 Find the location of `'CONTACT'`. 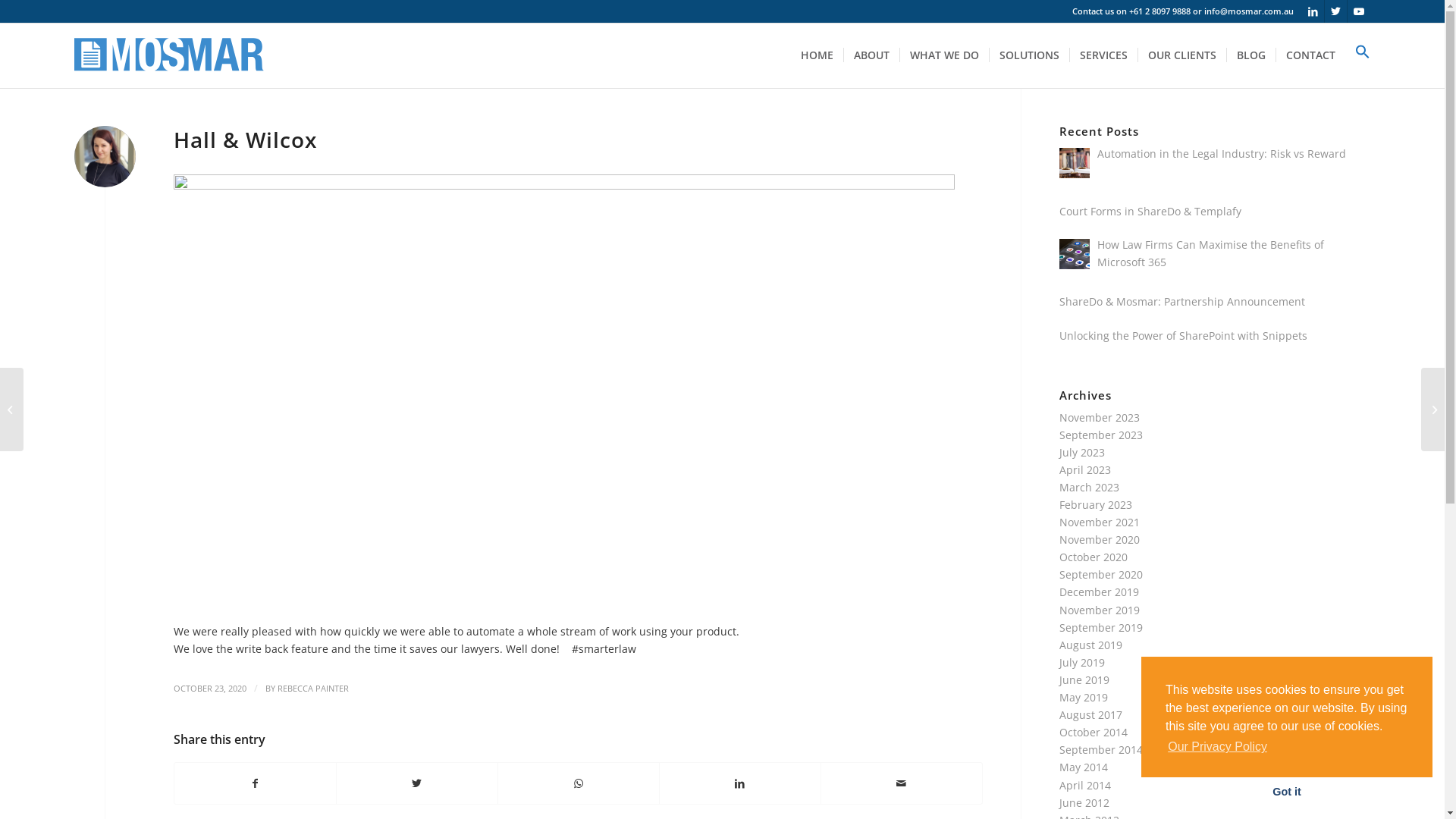

'CONTACT' is located at coordinates (1310, 55).